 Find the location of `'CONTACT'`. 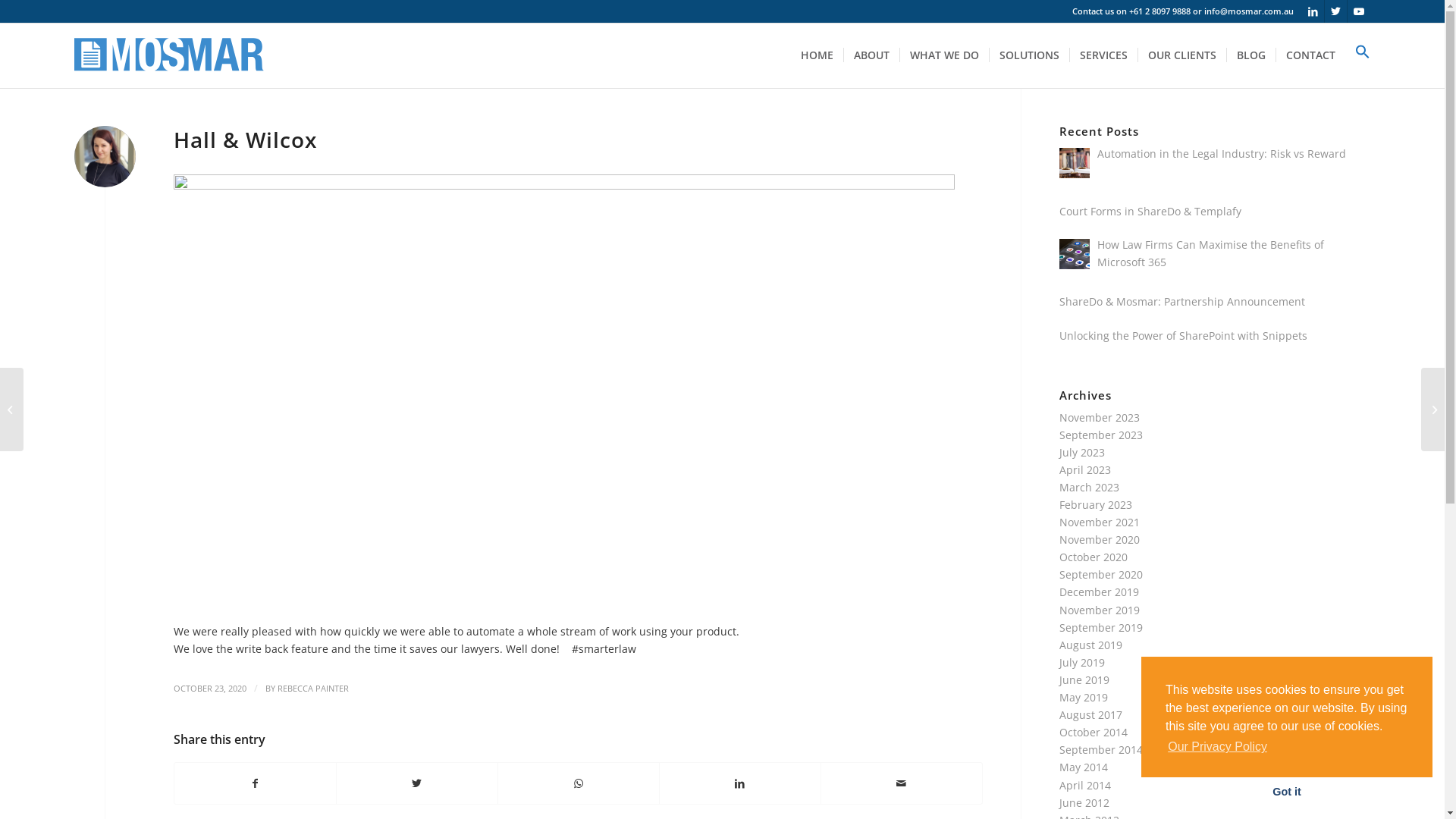

'CONTACT' is located at coordinates (1310, 55).